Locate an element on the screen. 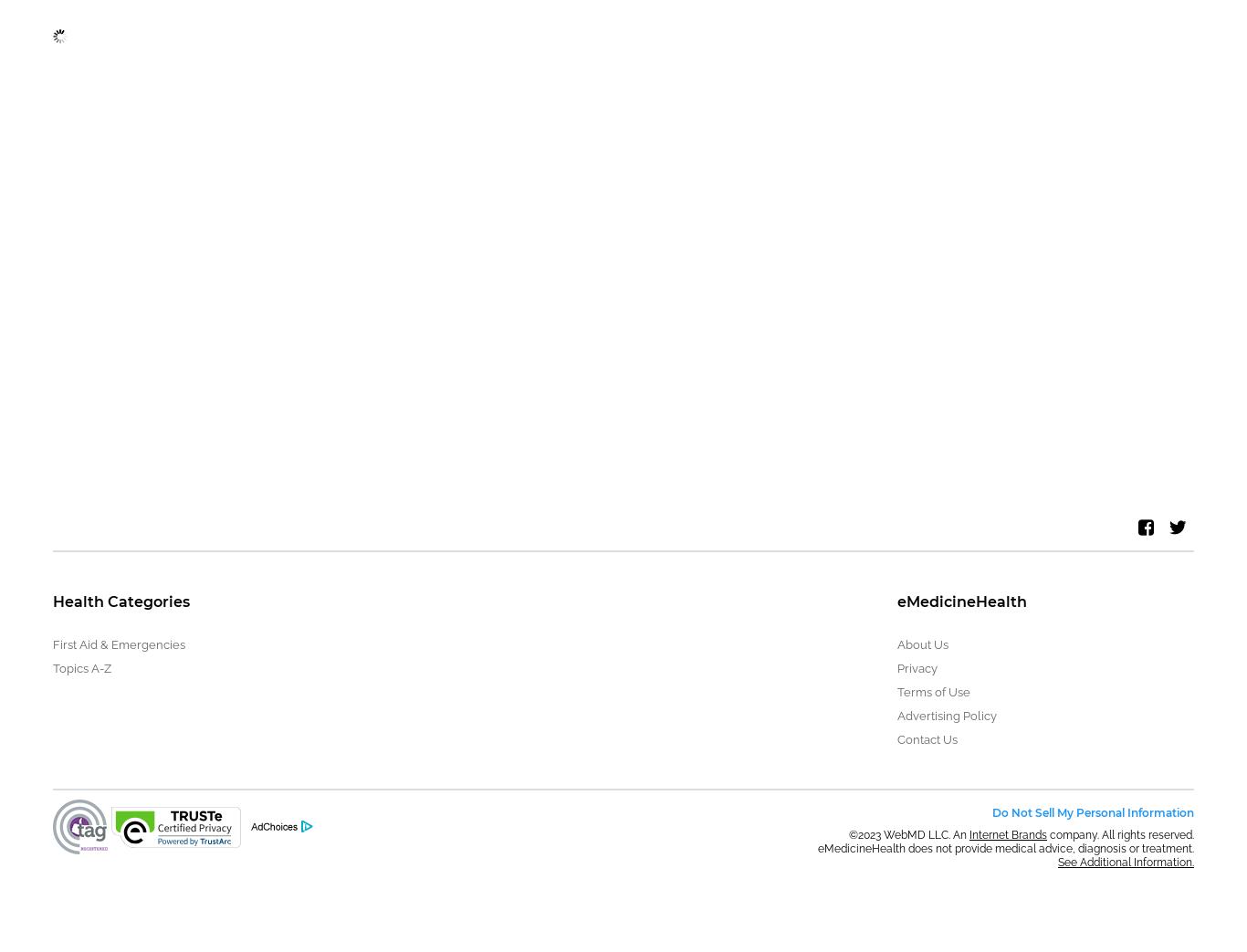 The width and height of the screenshot is (1247, 952). '©2023 WebMD LLC. An' is located at coordinates (908, 834).